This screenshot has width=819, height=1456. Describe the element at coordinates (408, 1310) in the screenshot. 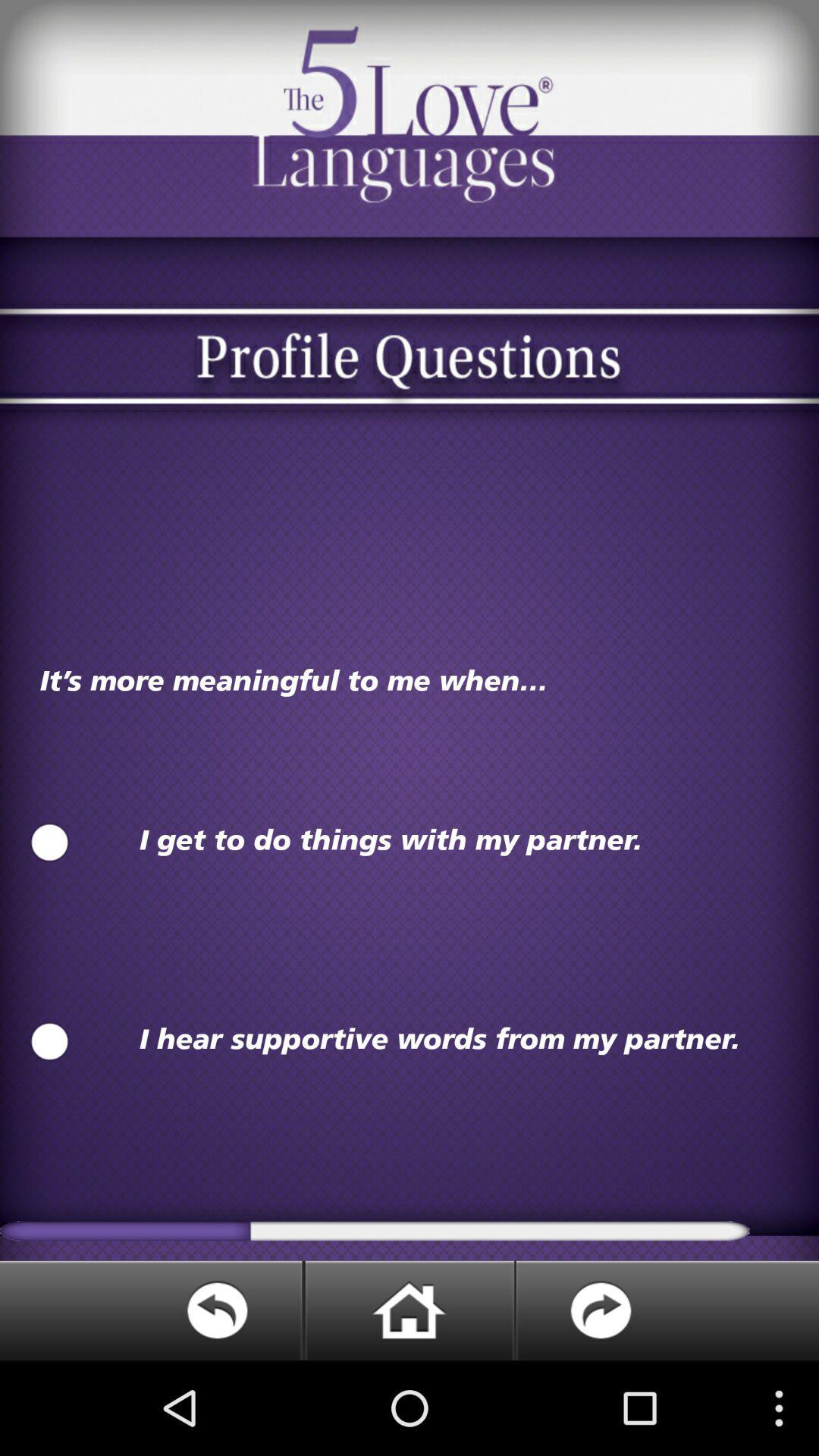

I see `advertisement` at that location.